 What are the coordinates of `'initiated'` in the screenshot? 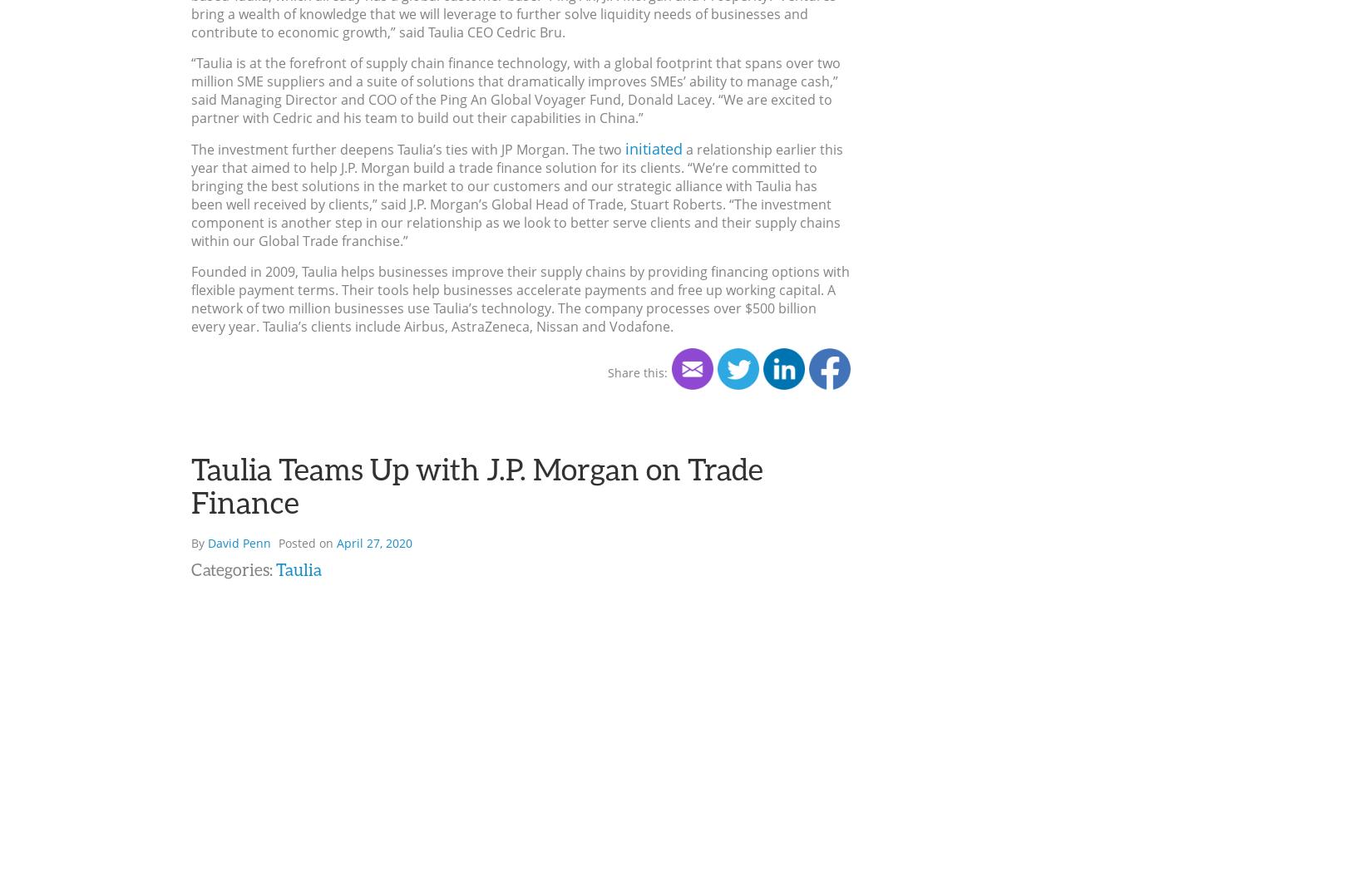 It's located at (653, 148).